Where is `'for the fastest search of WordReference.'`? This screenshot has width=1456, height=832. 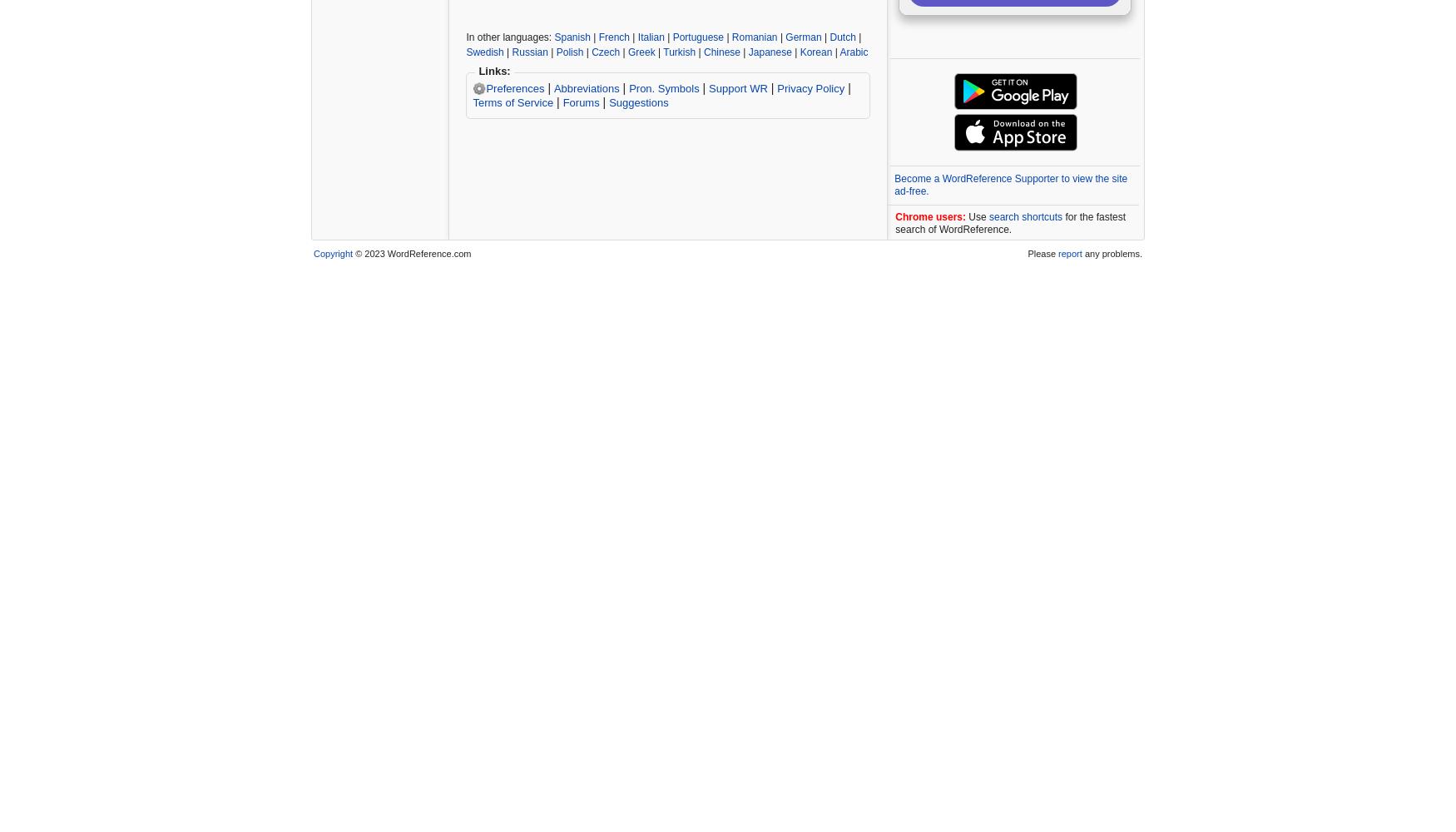 'for the fastest search of WordReference.' is located at coordinates (1010, 223).